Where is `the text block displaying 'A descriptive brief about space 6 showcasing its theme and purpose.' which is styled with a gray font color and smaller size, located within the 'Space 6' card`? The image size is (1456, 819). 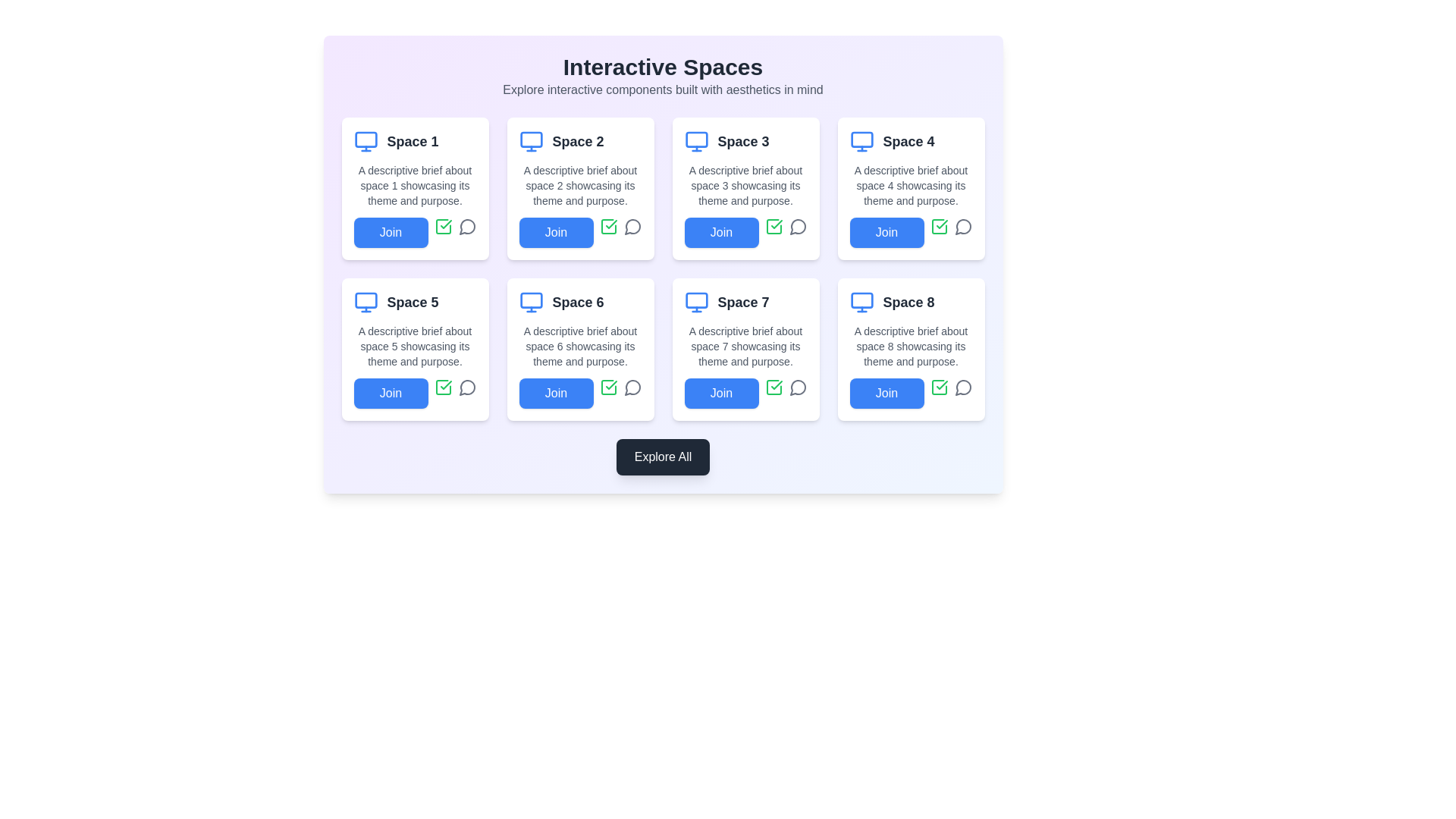 the text block displaying 'A descriptive brief about space 6 showcasing its theme and purpose.' which is styled with a gray font color and smaller size, located within the 'Space 6' card is located at coordinates (579, 346).